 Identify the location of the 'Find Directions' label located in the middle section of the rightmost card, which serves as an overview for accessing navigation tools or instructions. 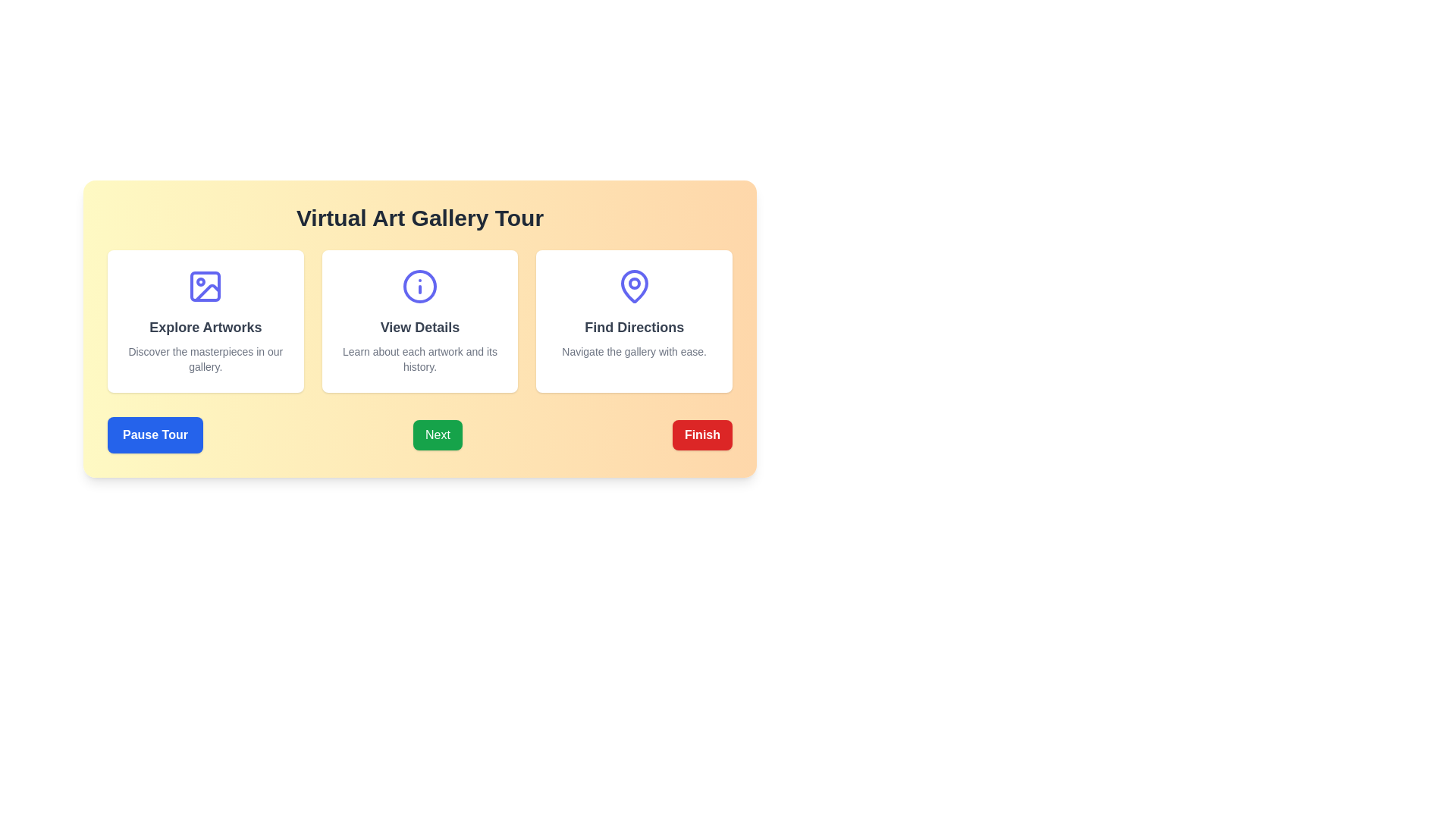
(634, 327).